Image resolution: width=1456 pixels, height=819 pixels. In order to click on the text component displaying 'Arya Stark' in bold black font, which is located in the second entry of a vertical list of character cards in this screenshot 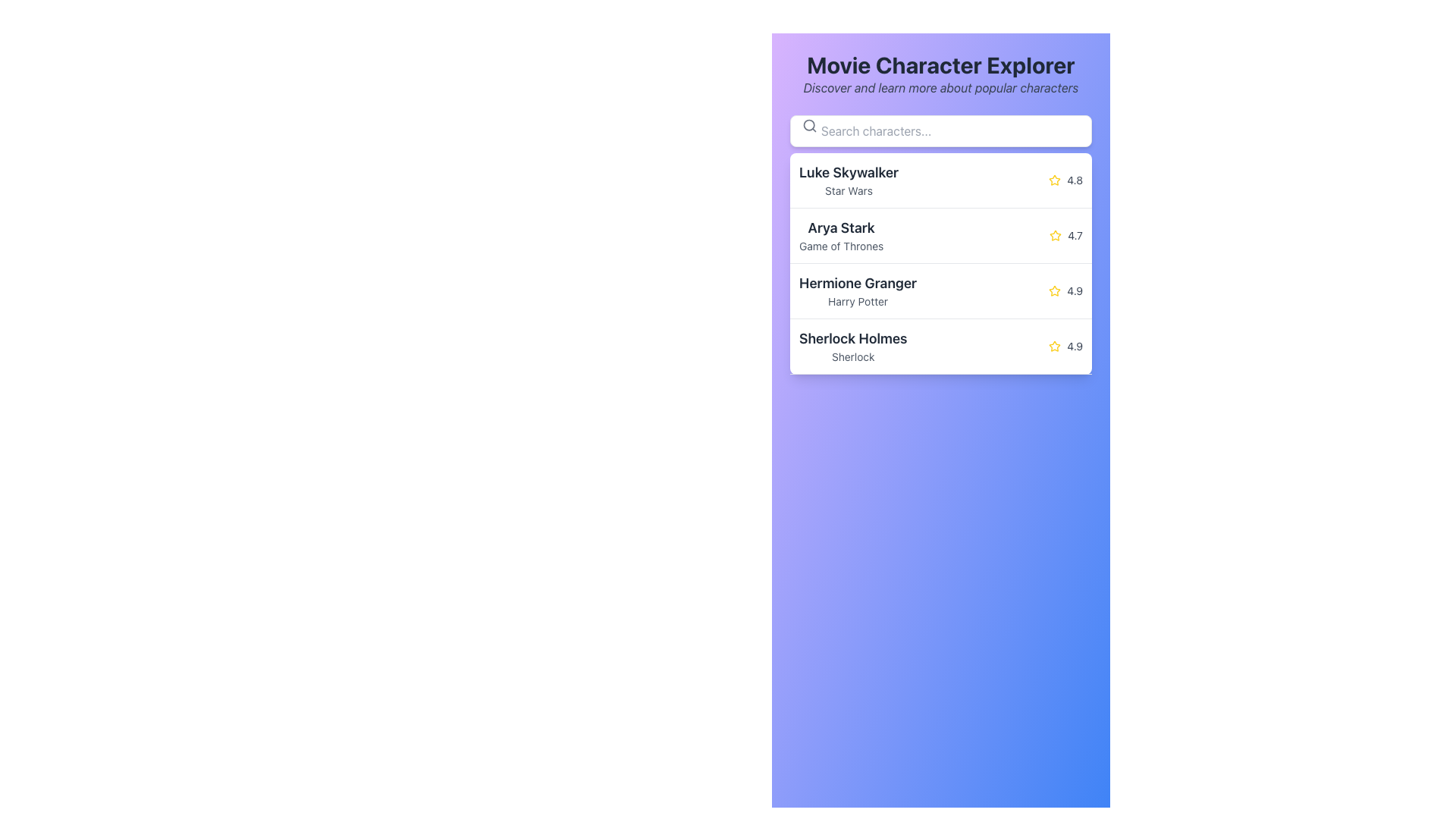, I will do `click(840, 236)`.